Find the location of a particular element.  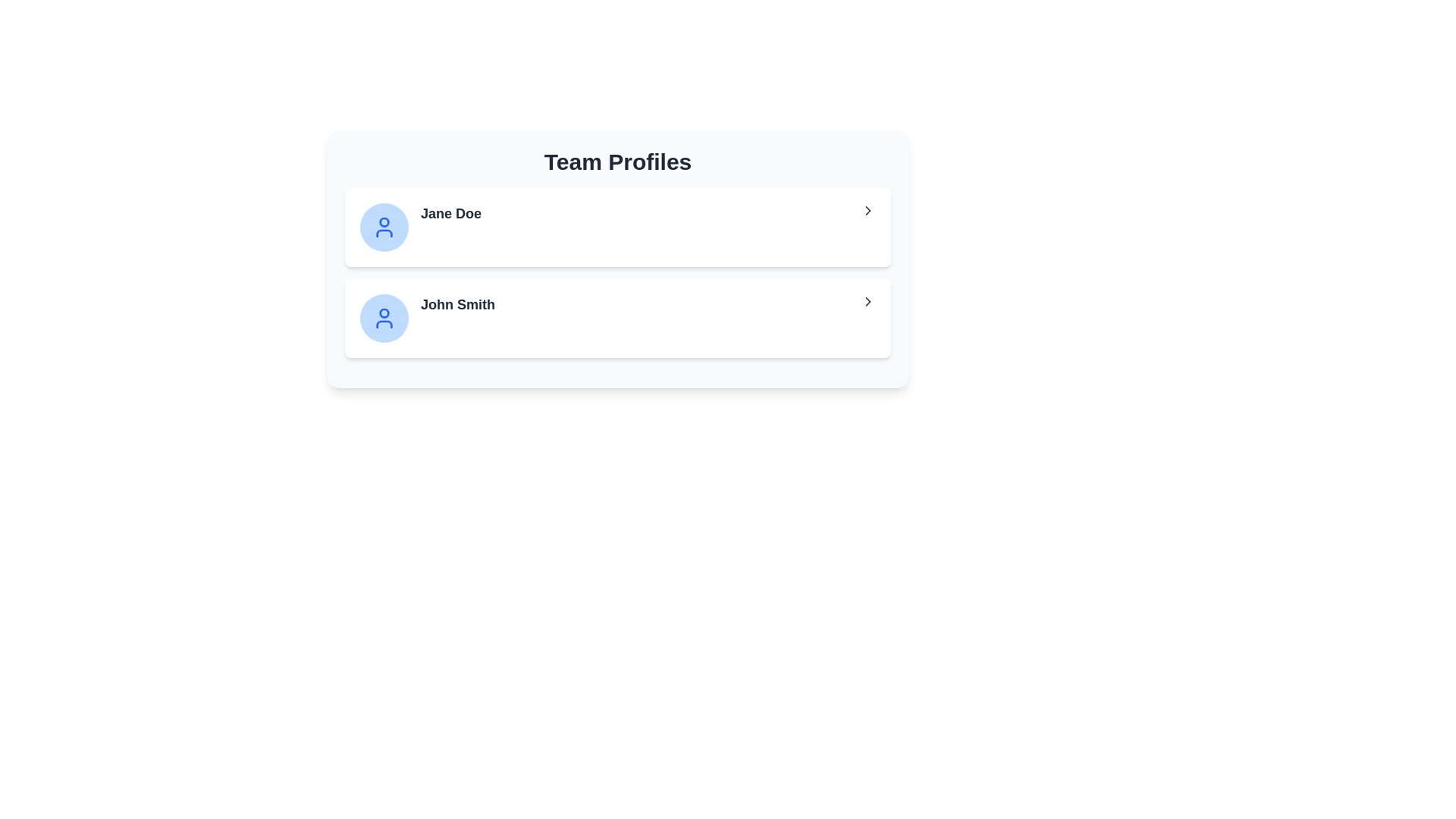

the user avatar icon located on the left side of the first entry in the vertically stacked list, which represents the profile of 'Jane Doe' is located at coordinates (384, 227).